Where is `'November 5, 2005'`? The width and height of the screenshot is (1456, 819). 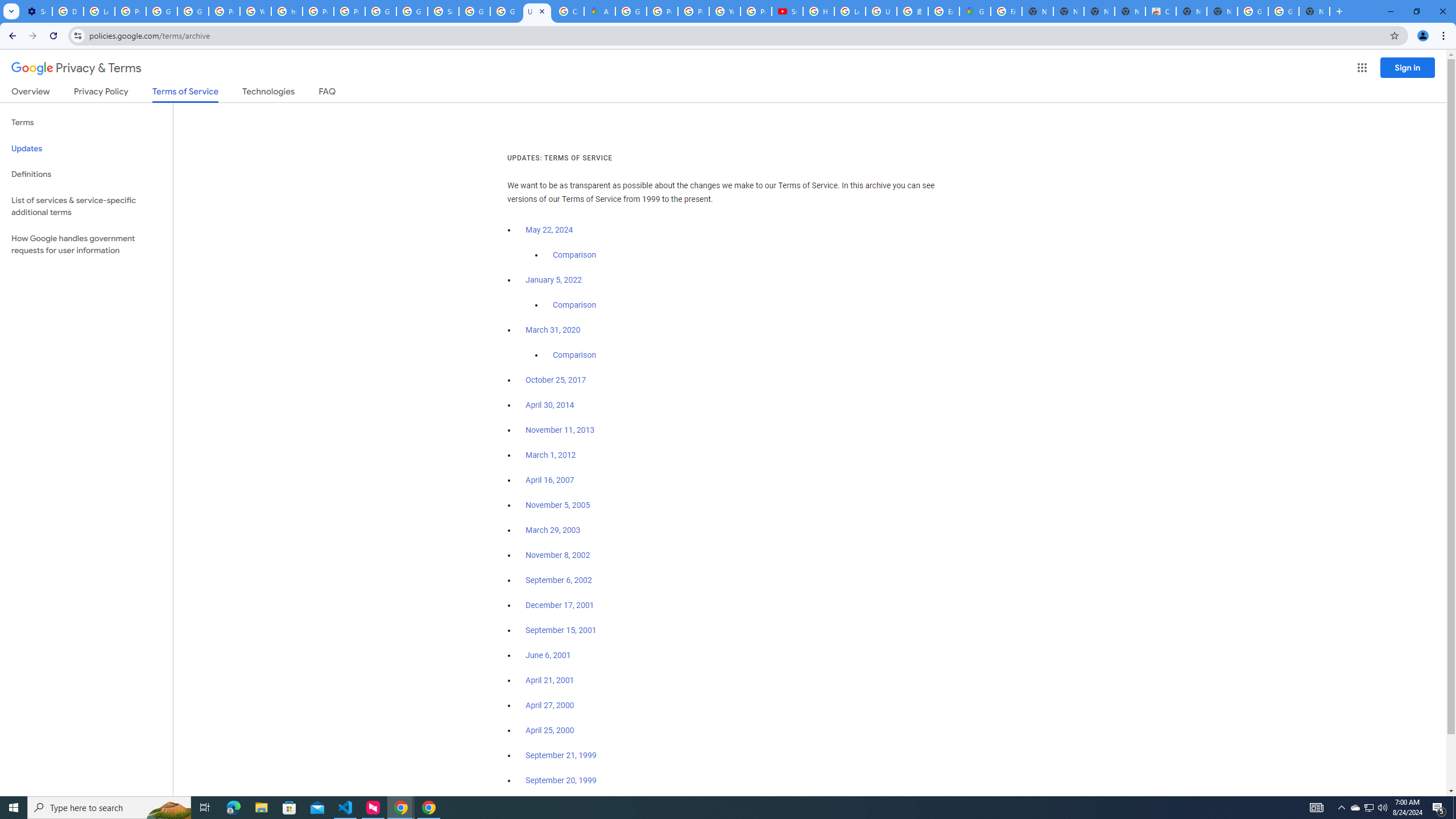 'November 5, 2005' is located at coordinates (557, 505).